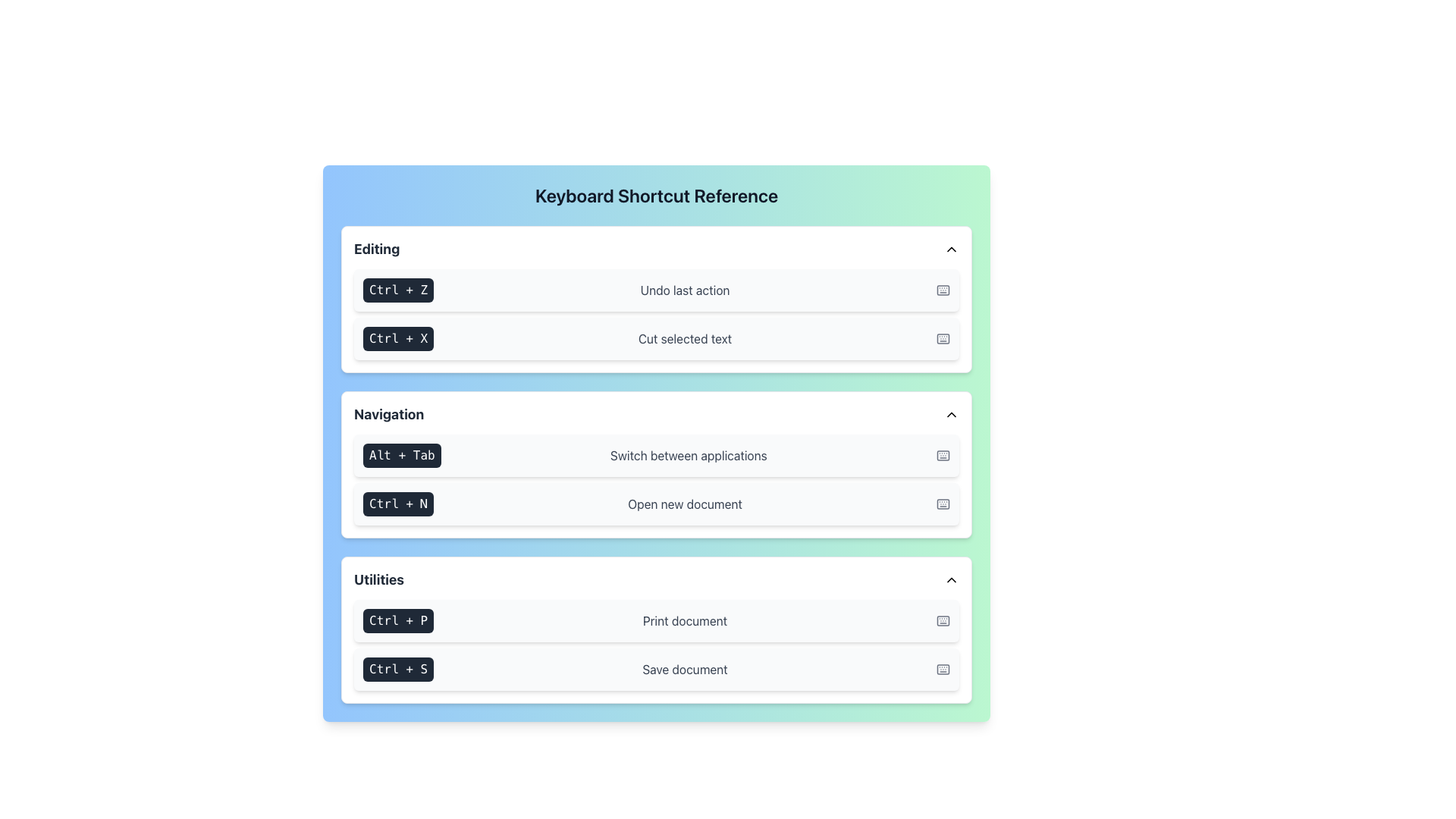 This screenshot has width=1456, height=819. What do you see at coordinates (942, 290) in the screenshot?
I see `the larger rectangular vector graphic component representing the keyboard icon located in the topmost section of the list under the 'Editing' category` at bounding box center [942, 290].